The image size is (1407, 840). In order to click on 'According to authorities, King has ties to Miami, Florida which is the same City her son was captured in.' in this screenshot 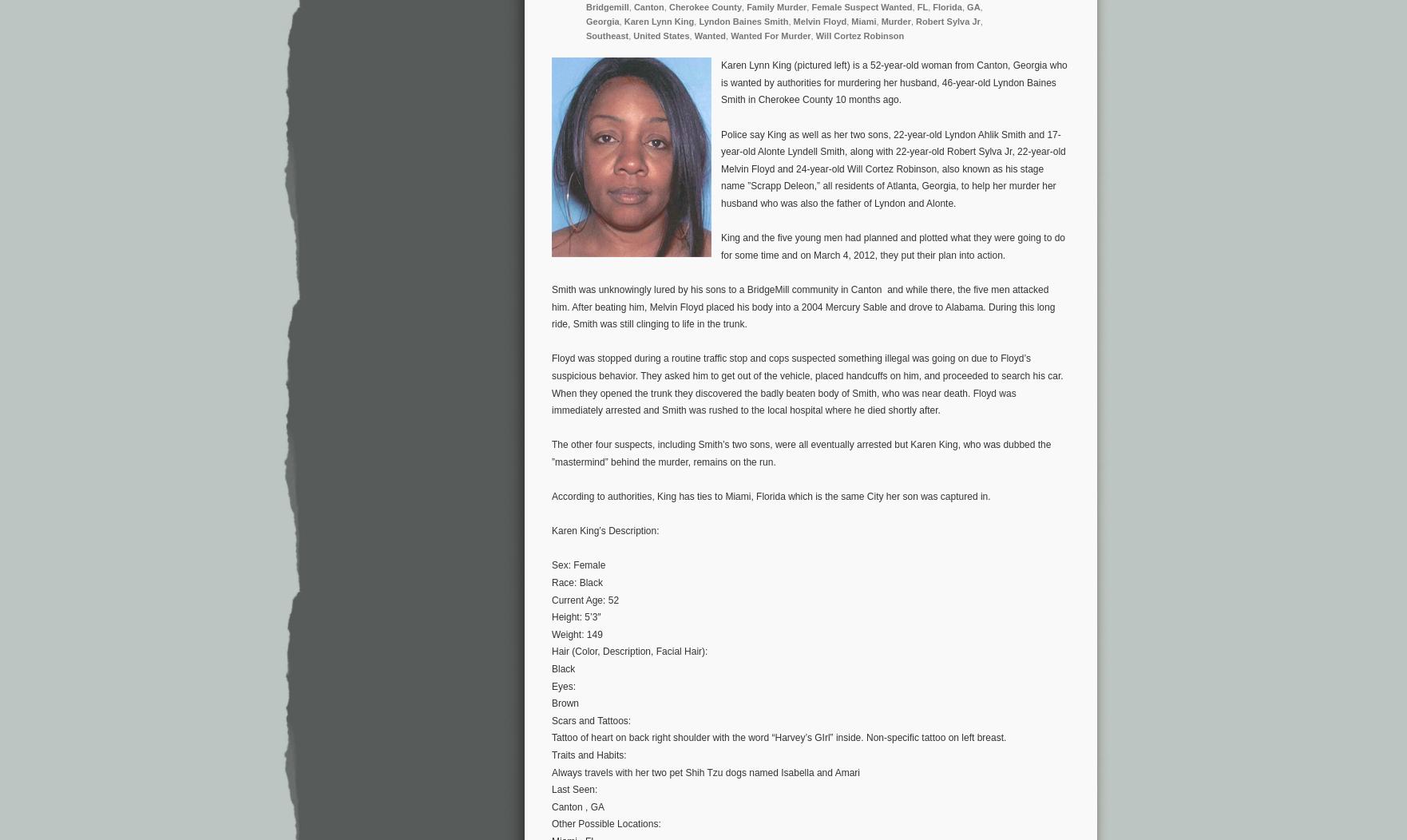, I will do `click(771, 497)`.